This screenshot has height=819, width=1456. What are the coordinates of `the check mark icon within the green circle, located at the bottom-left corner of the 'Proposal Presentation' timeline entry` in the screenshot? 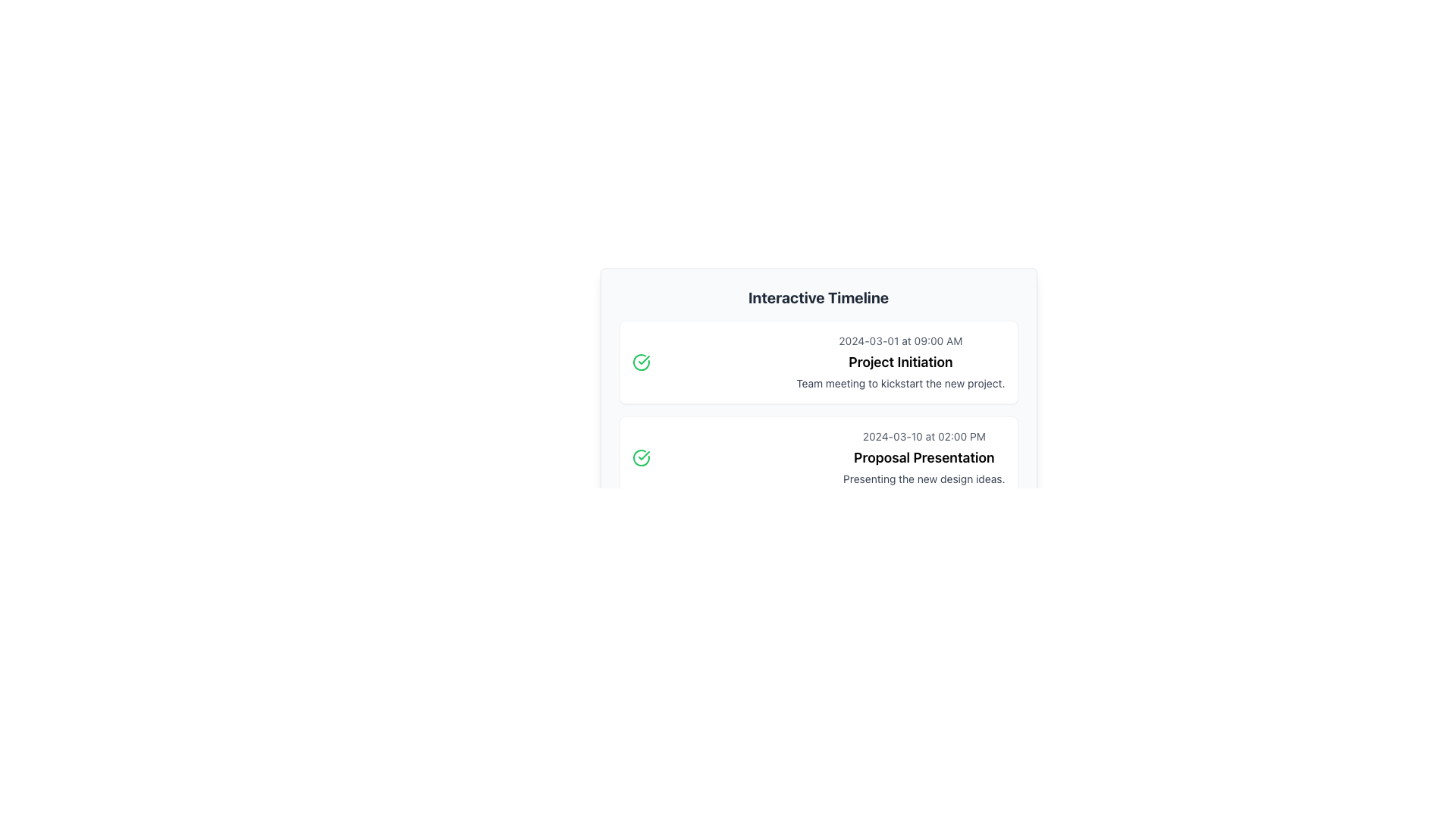 It's located at (644, 359).